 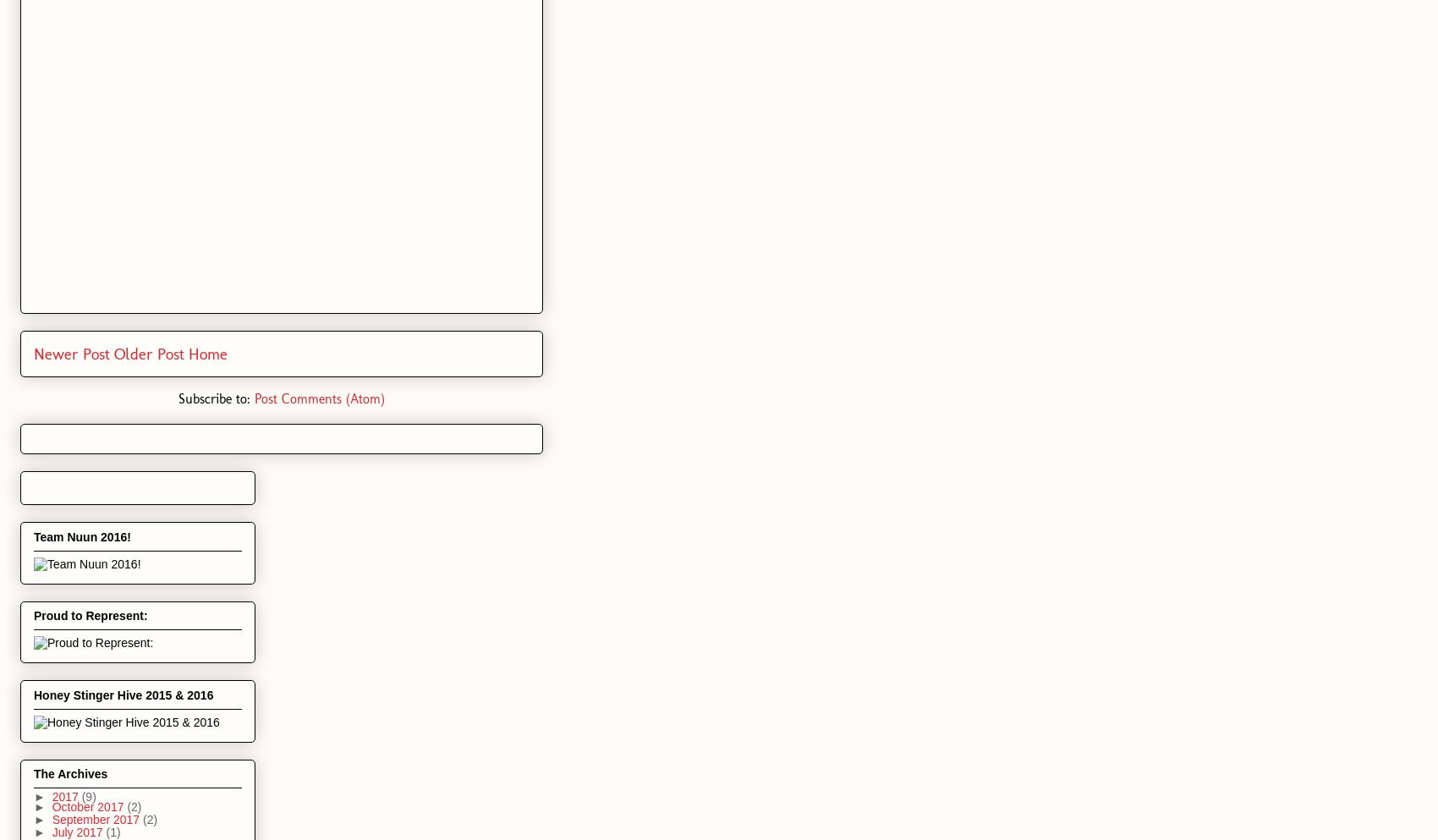 What do you see at coordinates (217, 398) in the screenshot?
I see `'Subscribe to:'` at bounding box center [217, 398].